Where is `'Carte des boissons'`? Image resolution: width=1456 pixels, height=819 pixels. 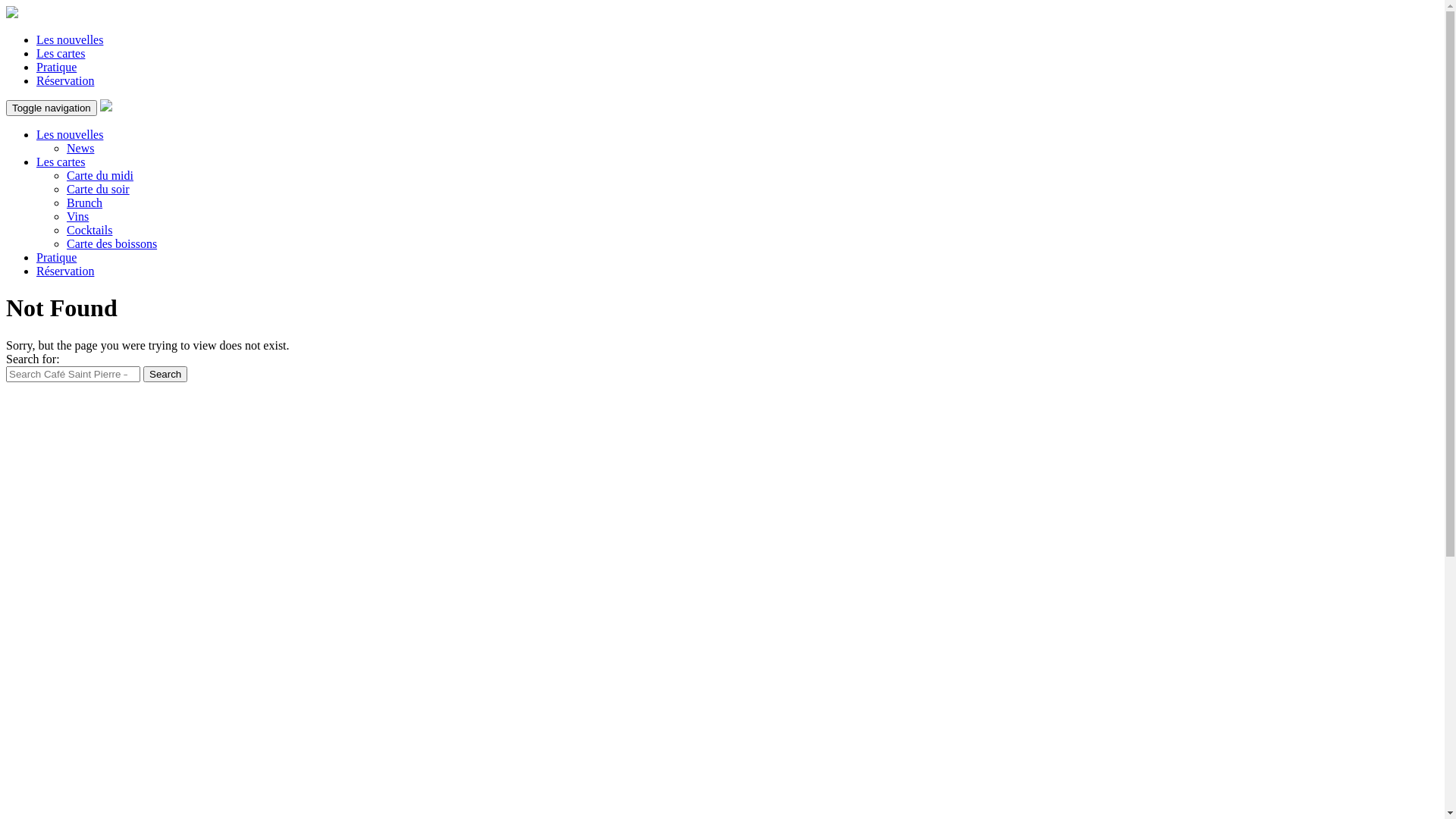
'Carte des boissons' is located at coordinates (65, 243).